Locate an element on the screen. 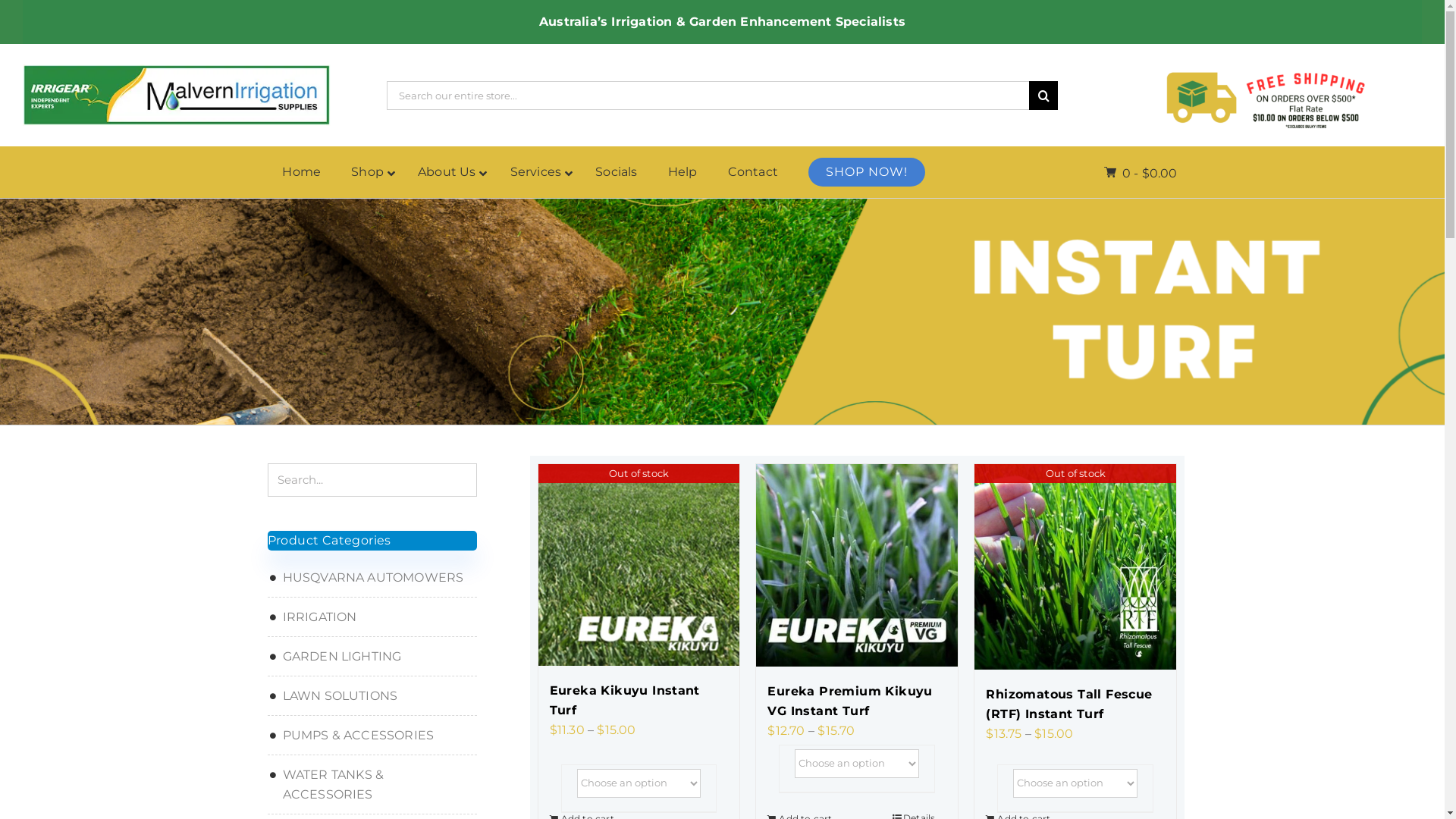  'Help' is located at coordinates (652, 171).